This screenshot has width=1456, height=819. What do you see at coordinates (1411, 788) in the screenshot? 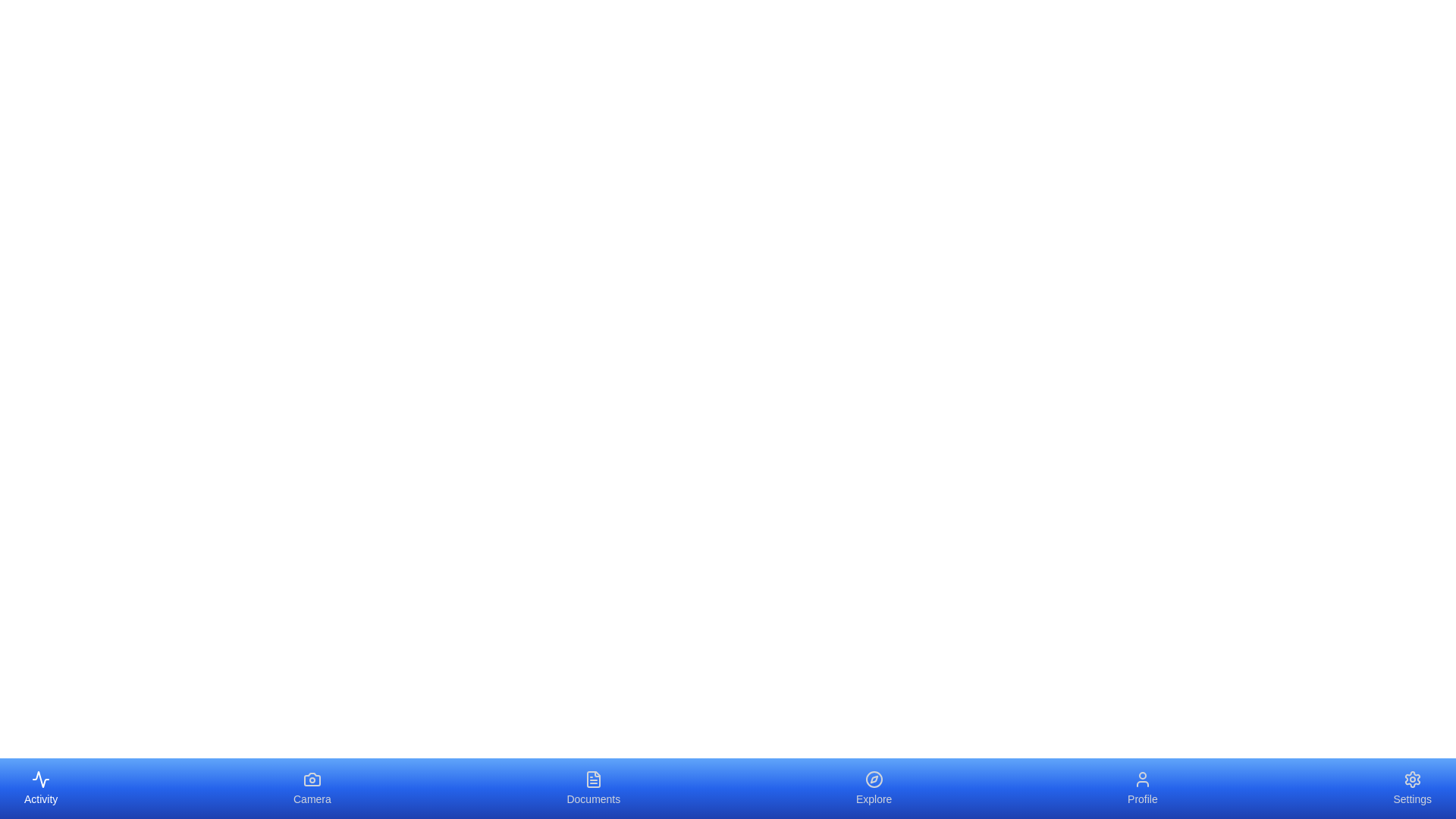
I see `the tab labeled Settings` at bounding box center [1411, 788].